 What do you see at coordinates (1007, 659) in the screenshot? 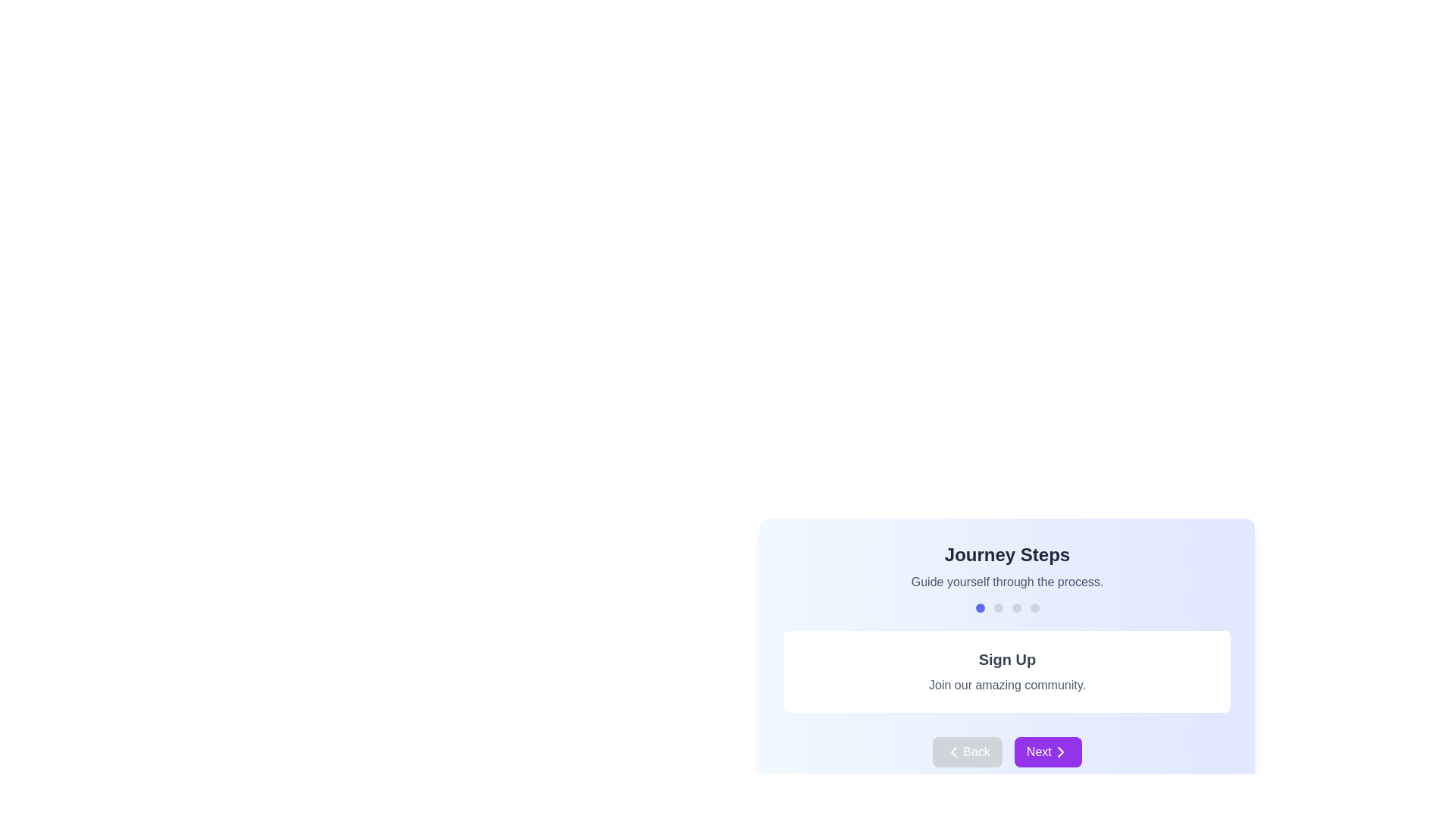
I see `the Text Label that serves as a title or headline indicating the nature of the content, positioned above the text 'Join our amazing community.'` at bounding box center [1007, 659].